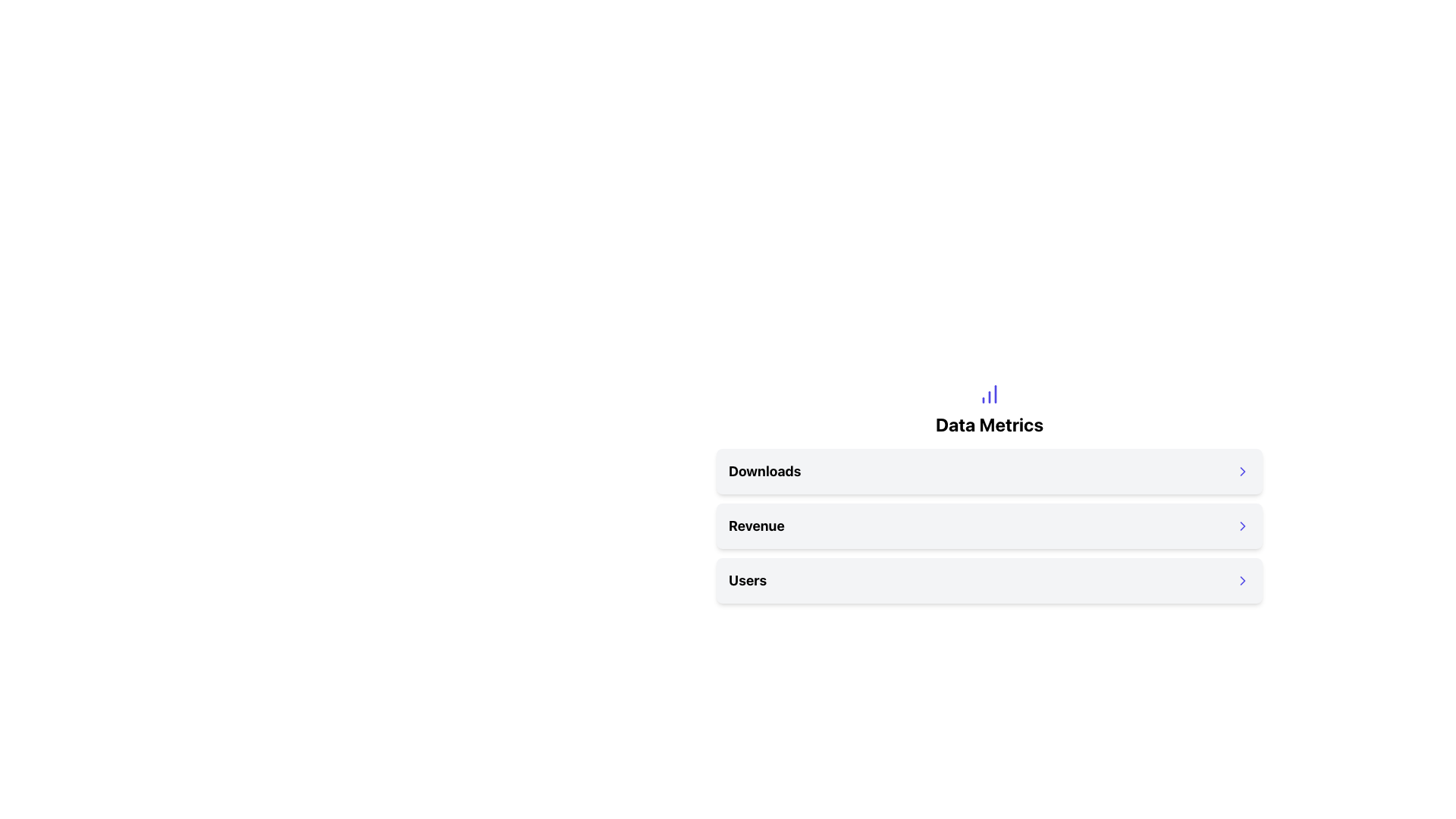 The height and width of the screenshot is (819, 1456). Describe the element at coordinates (990, 470) in the screenshot. I see `the first informational button in the 'Data Metrics' section` at that location.